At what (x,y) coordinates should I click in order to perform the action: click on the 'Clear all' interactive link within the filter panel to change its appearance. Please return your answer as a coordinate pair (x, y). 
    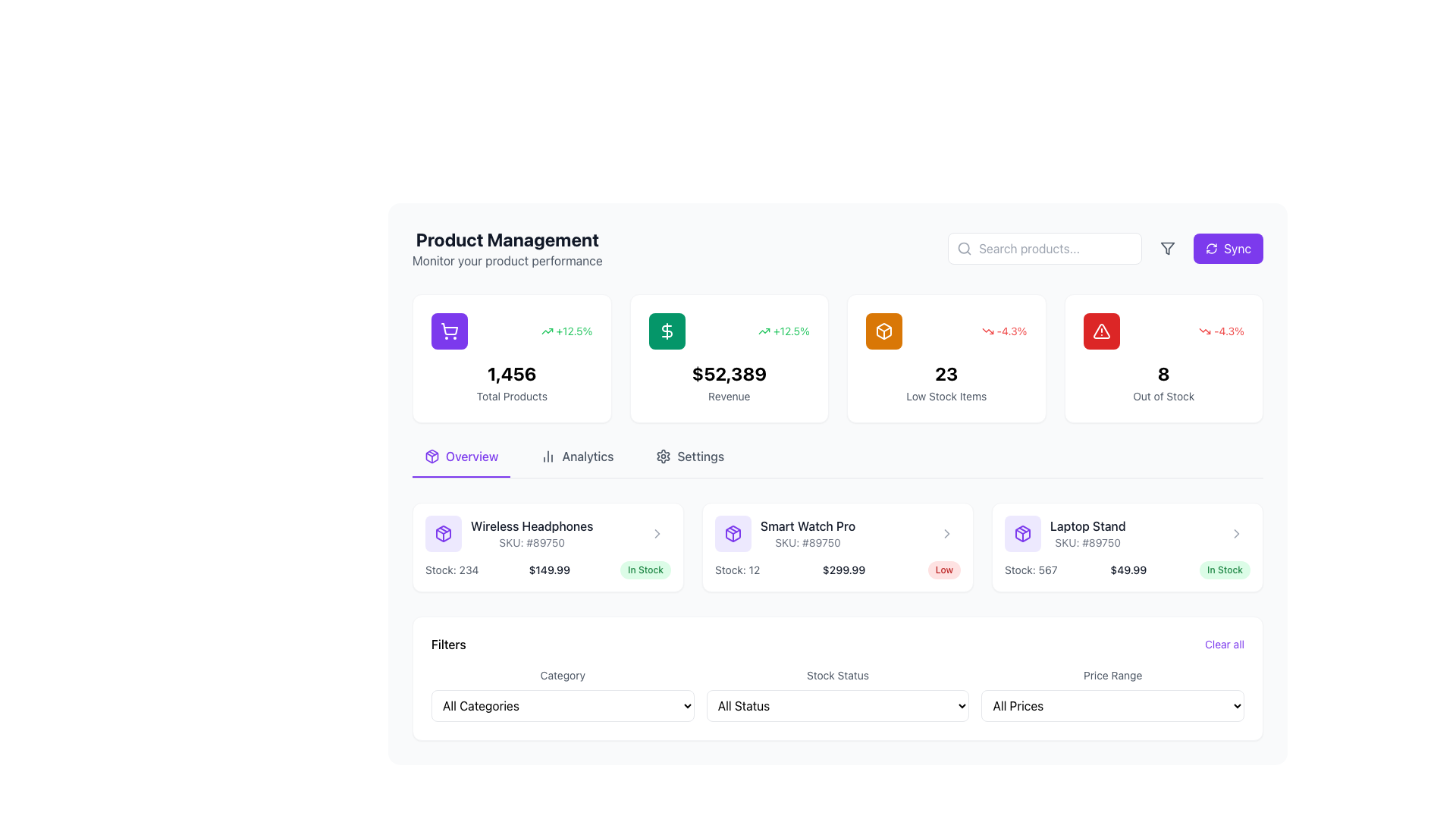
    Looking at the image, I should click on (836, 644).